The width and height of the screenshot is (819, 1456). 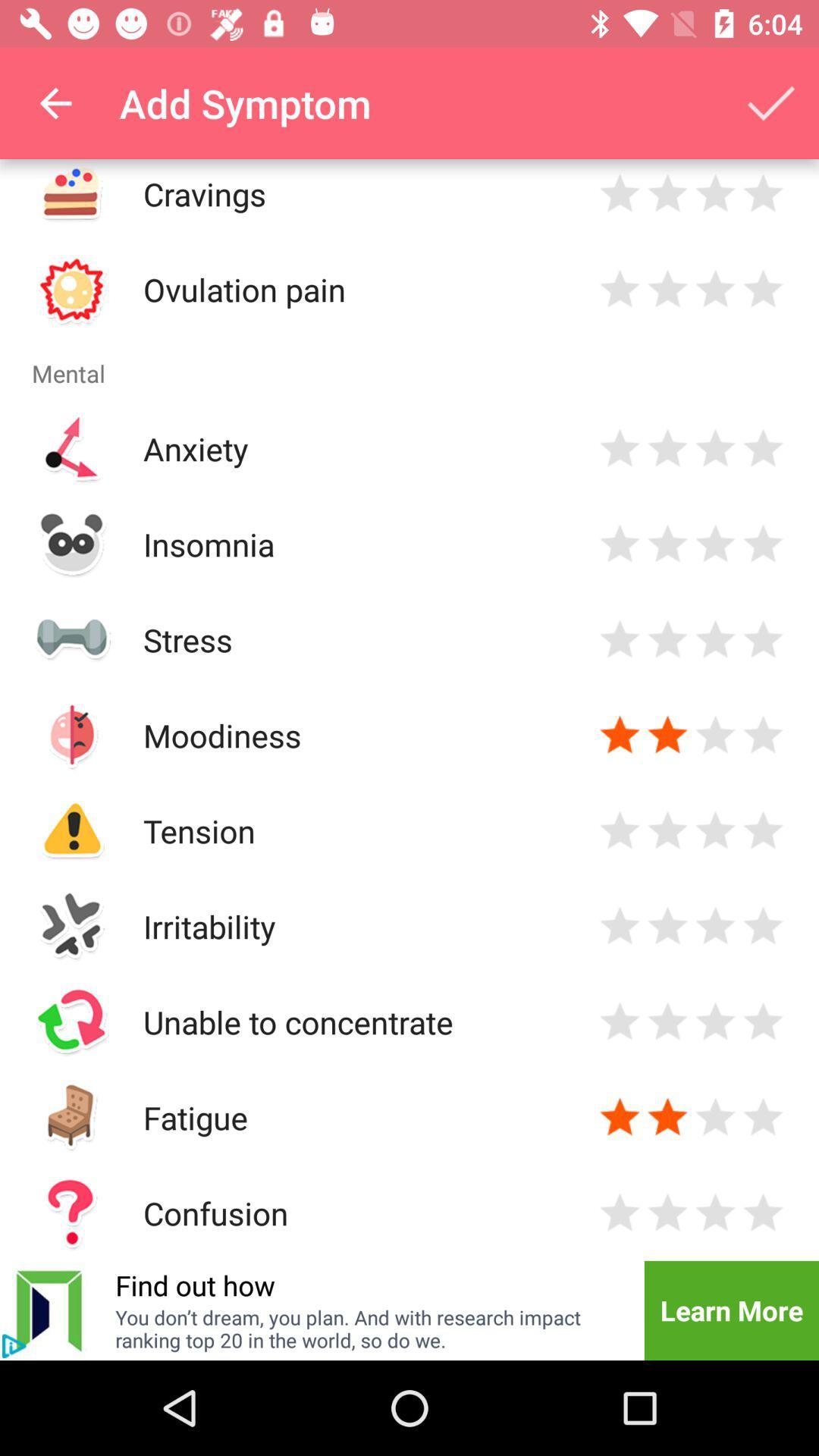 What do you see at coordinates (763, 830) in the screenshot?
I see `rate symptom` at bounding box center [763, 830].